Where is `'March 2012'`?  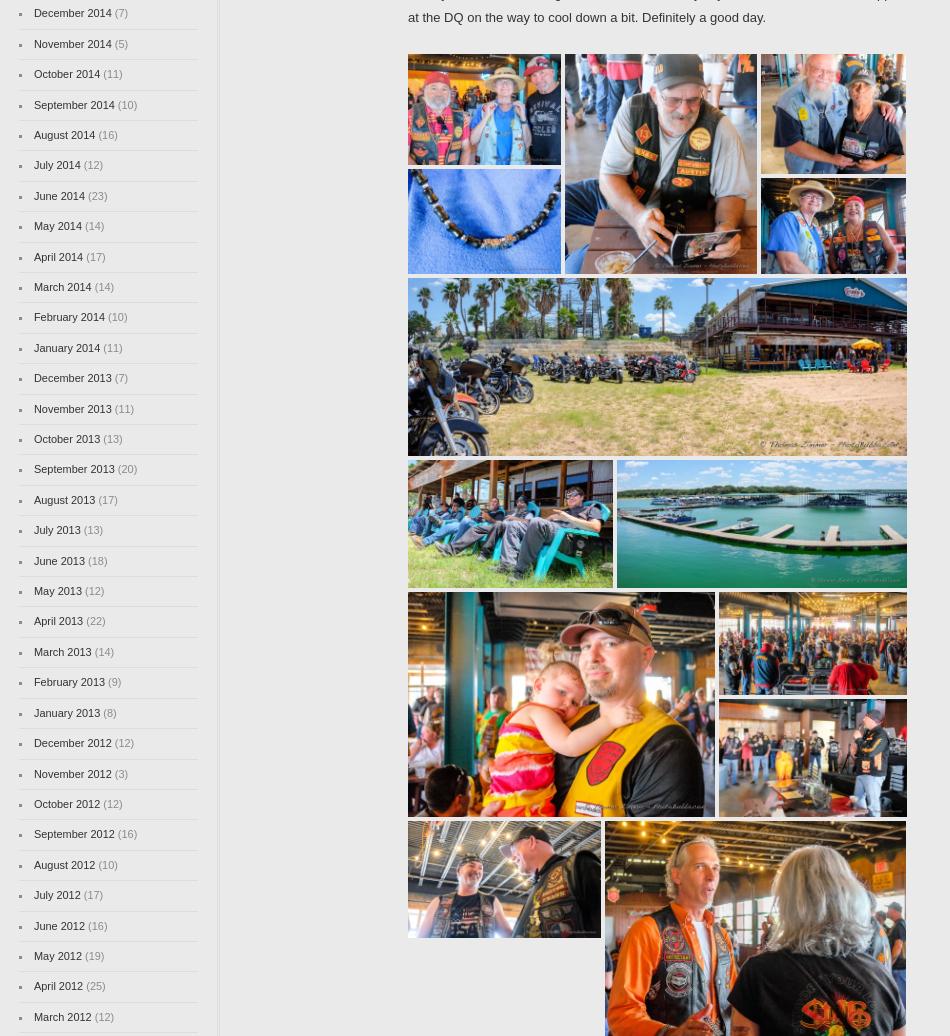 'March 2012' is located at coordinates (62, 1016).